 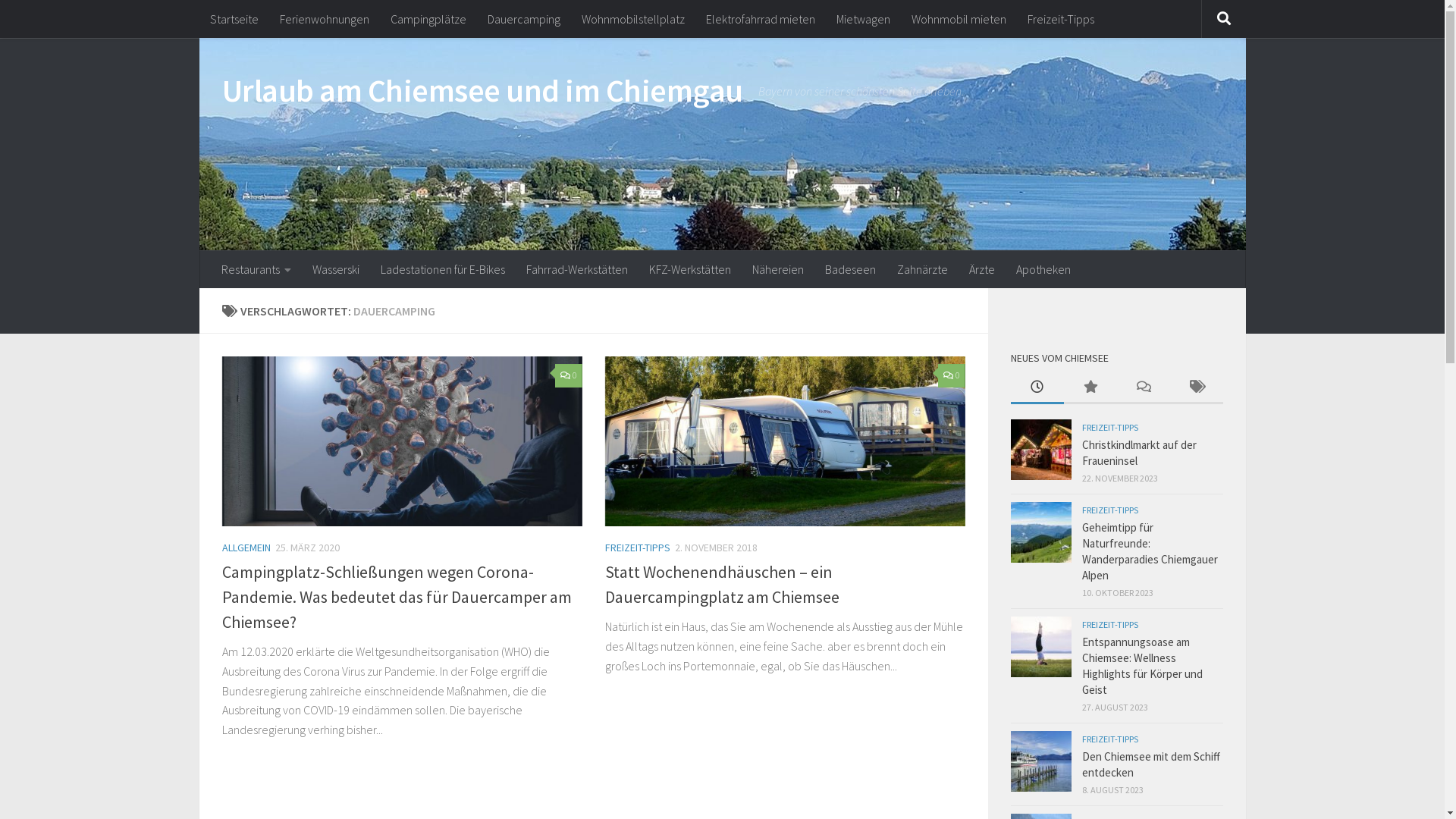 What do you see at coordinates (1138, 452) in the screenshot?
I see `'Christkindlmarkt auf der Fraueninsel'` at bounding box center [1138, 452].